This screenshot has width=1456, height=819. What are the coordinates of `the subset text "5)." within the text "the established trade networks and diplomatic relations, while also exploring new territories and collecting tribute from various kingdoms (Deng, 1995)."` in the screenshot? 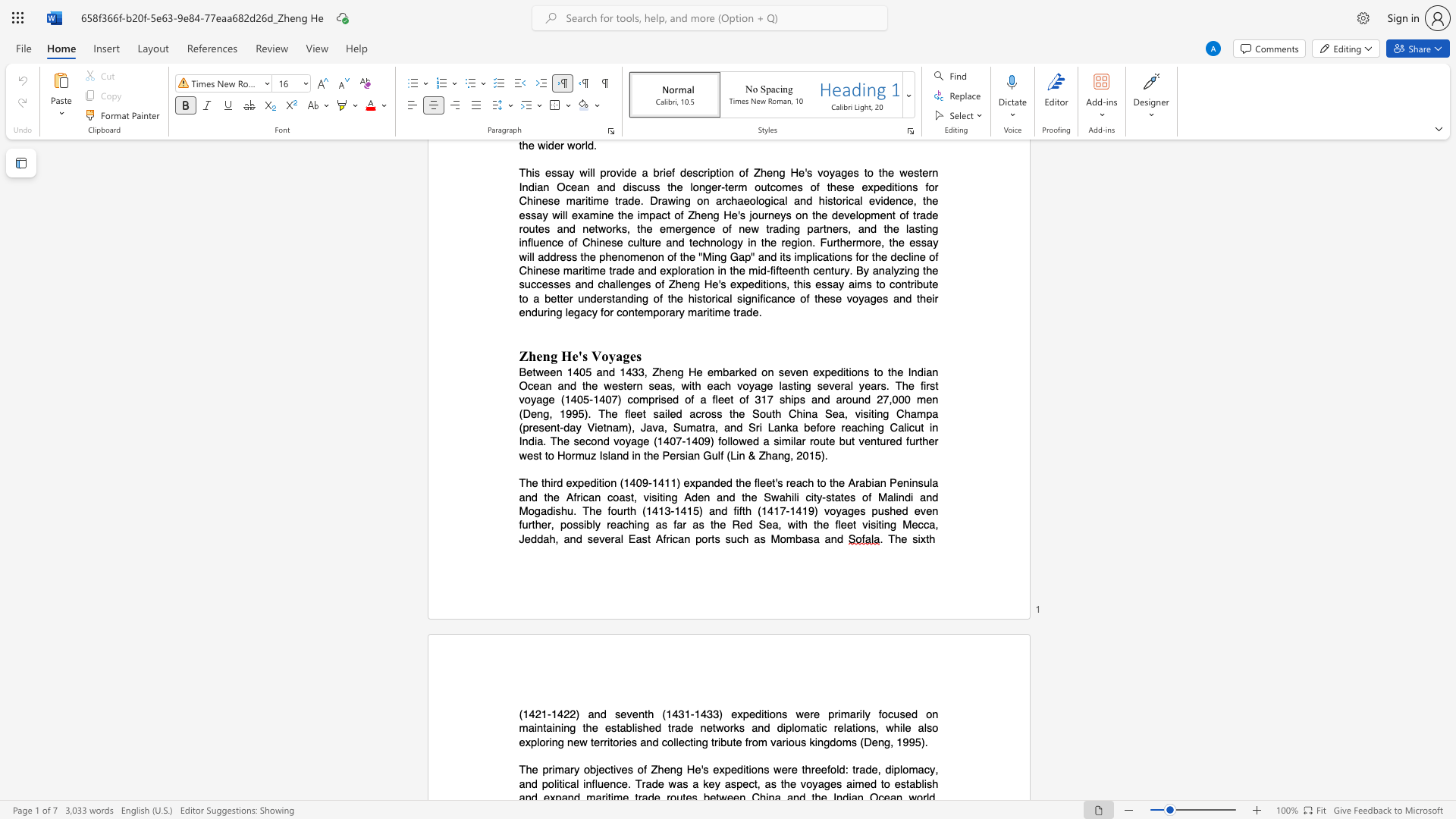 It's located at (914, 741).